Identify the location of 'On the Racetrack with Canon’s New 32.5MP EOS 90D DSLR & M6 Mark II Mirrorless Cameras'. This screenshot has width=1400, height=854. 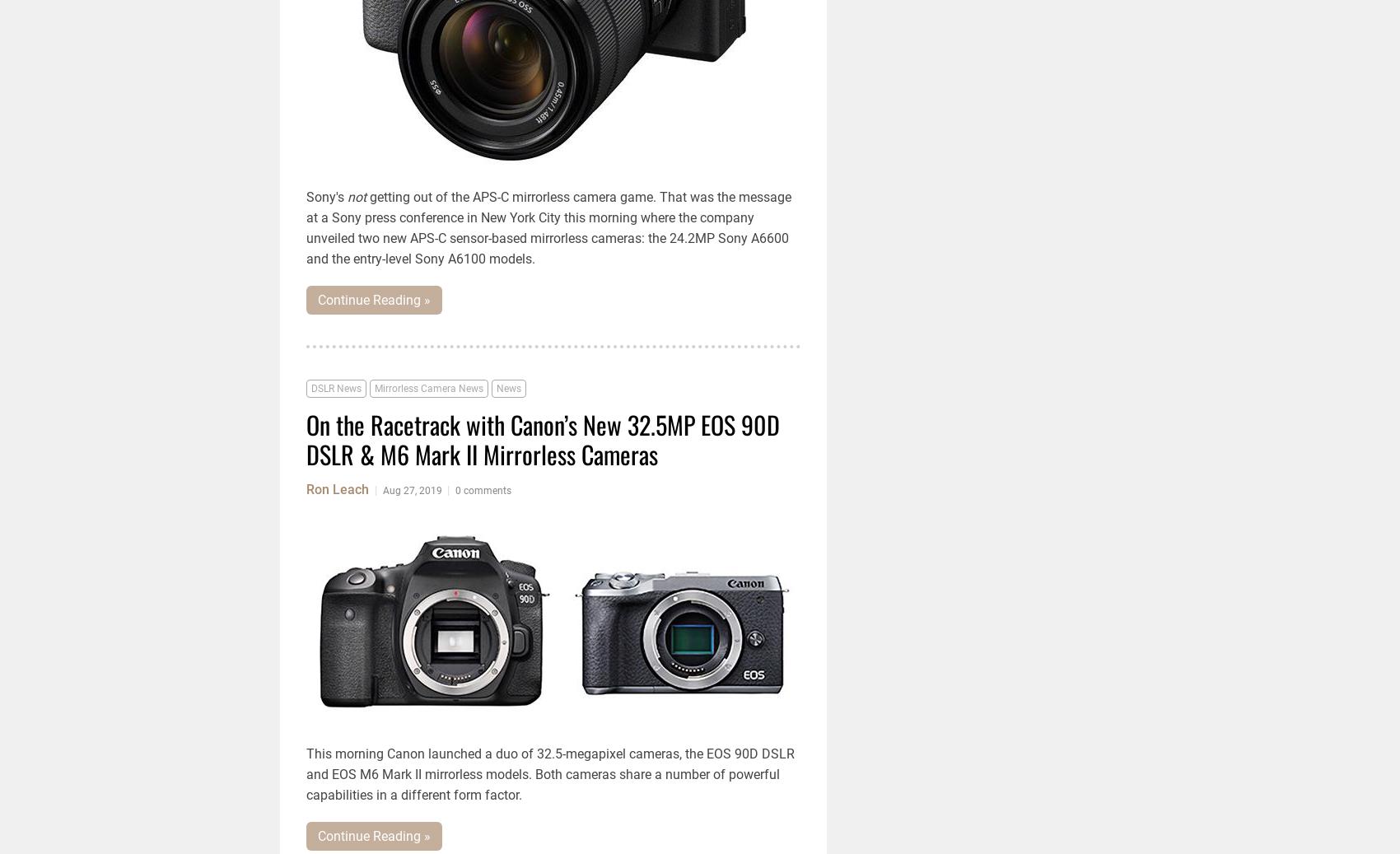
(543, 439).